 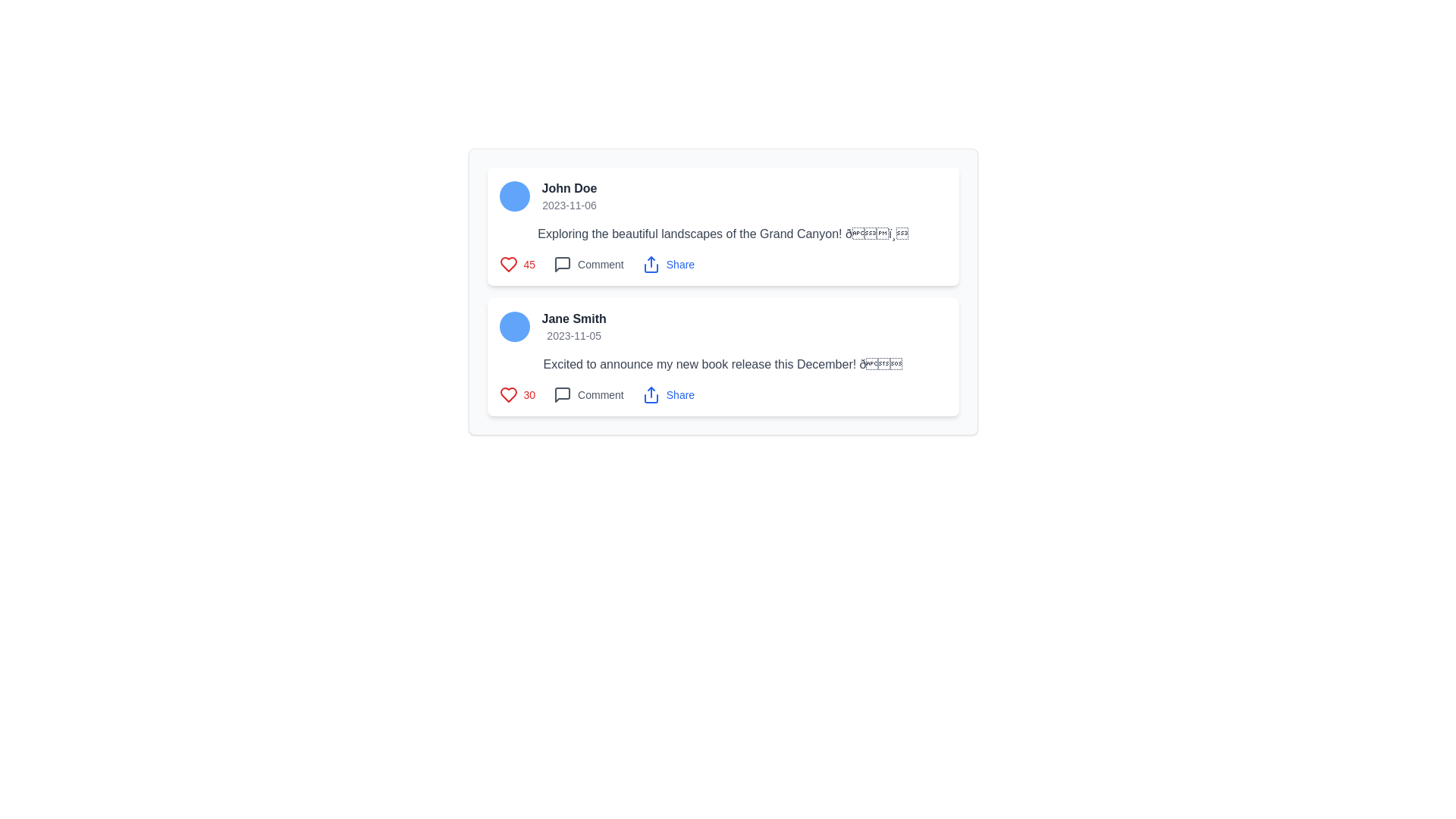 I want to click on the static text label displaying the word 'Share' styled in blue, which is positioned adjacent to a share symbol icon in the post's action bar, so click(x=679, y=263).